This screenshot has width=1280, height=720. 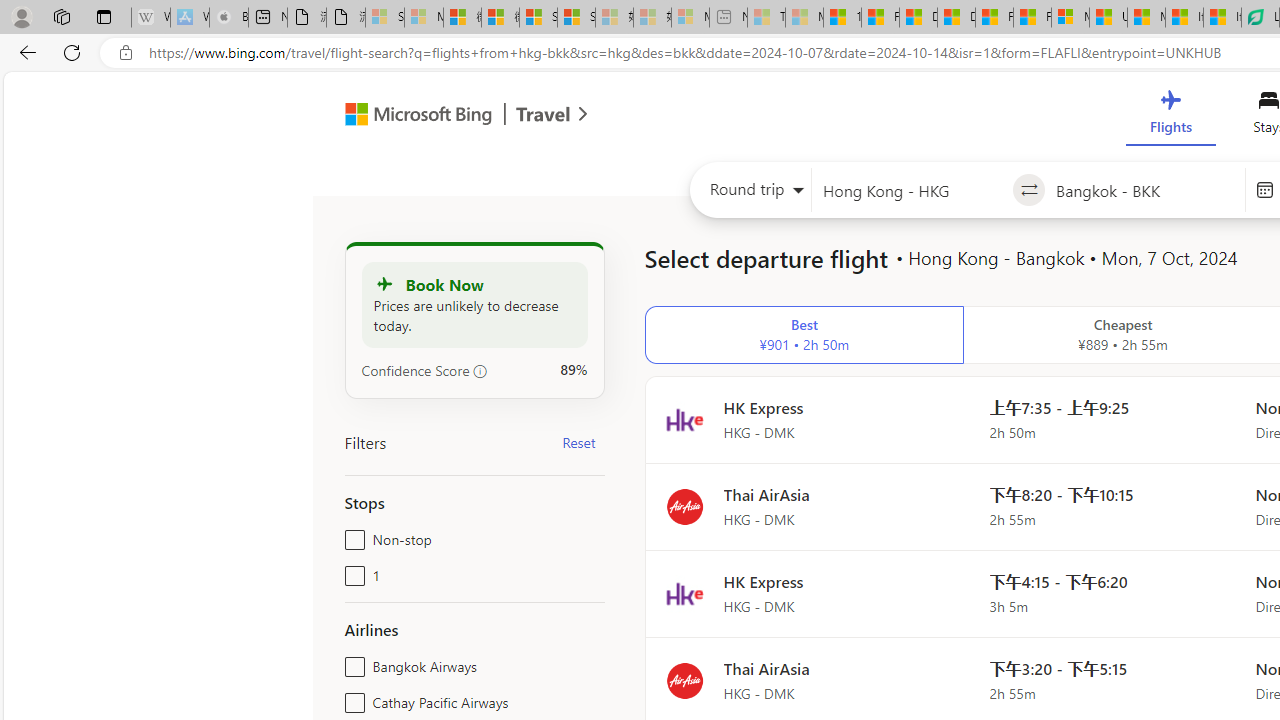 I want to click on 'Select trip type', so click(x=750, y=194).